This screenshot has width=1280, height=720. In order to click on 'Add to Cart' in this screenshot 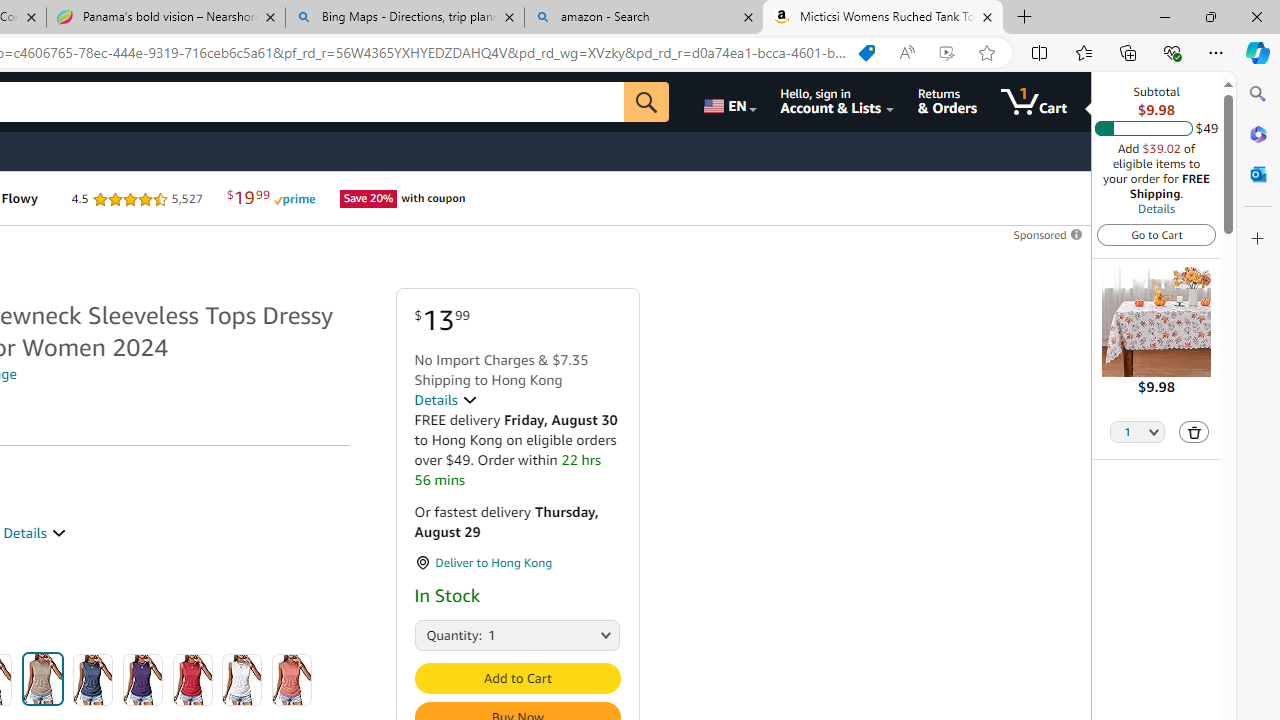, I will do `click(517, 677)`.